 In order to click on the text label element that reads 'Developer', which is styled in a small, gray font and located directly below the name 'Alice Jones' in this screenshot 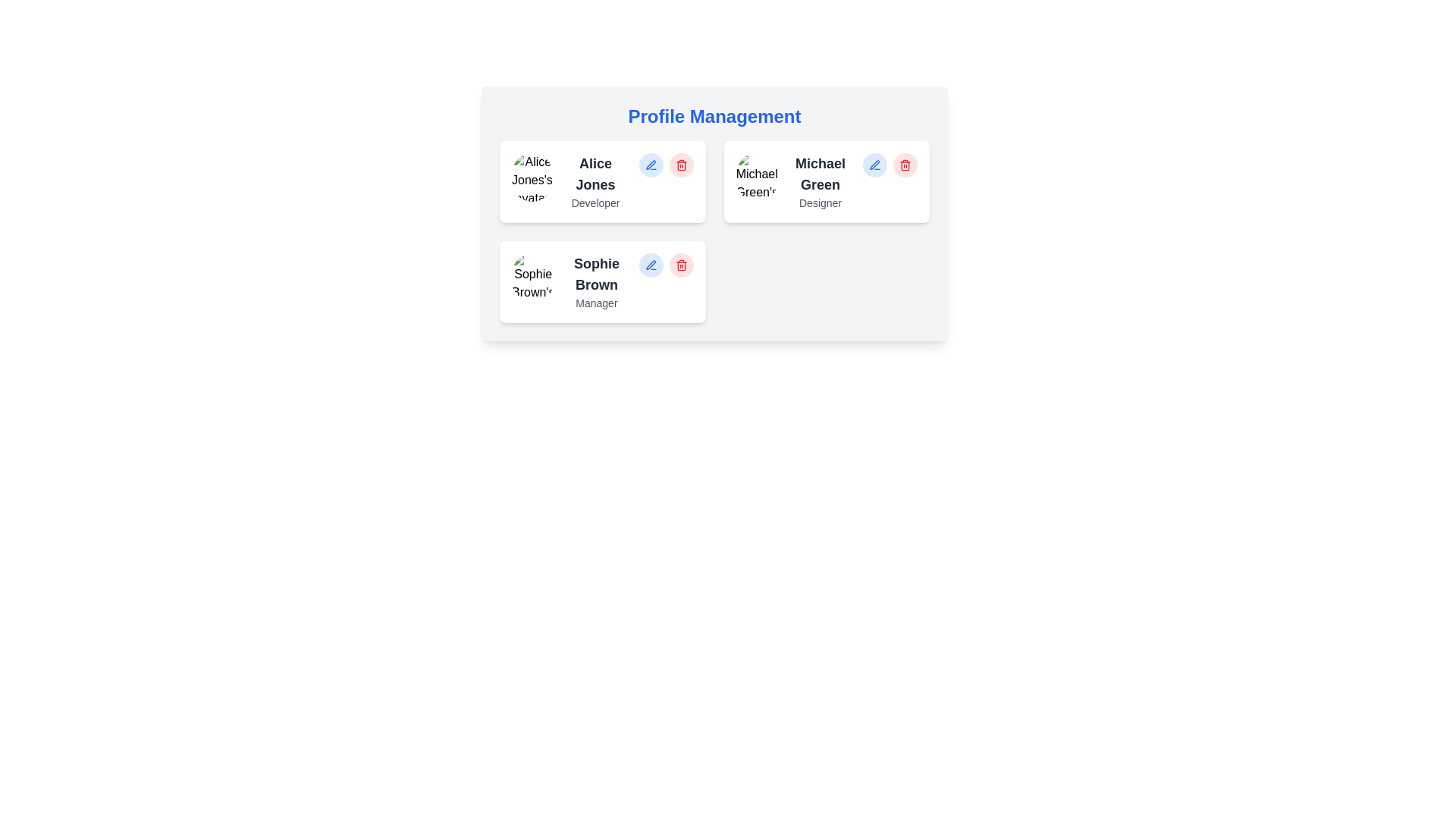, I will do `click(595, 202)`.